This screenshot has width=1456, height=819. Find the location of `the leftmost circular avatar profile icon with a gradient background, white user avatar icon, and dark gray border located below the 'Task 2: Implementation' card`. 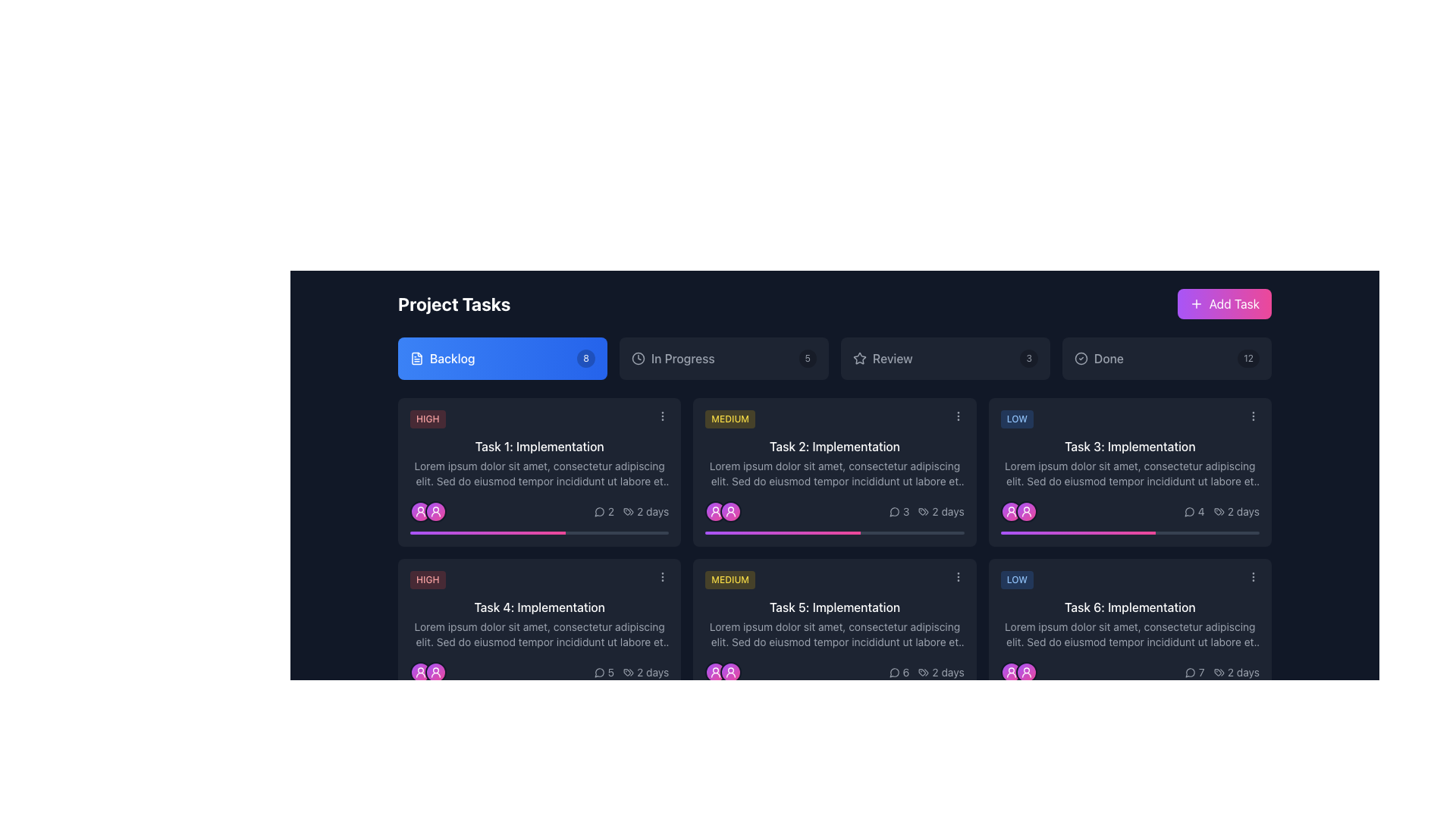

the leftmost circular avatar profile icon with a gradient background, white user avatar icon, and dark gray border located below the 'Task 2: Implementation' card is located at coordinates (715, 512).